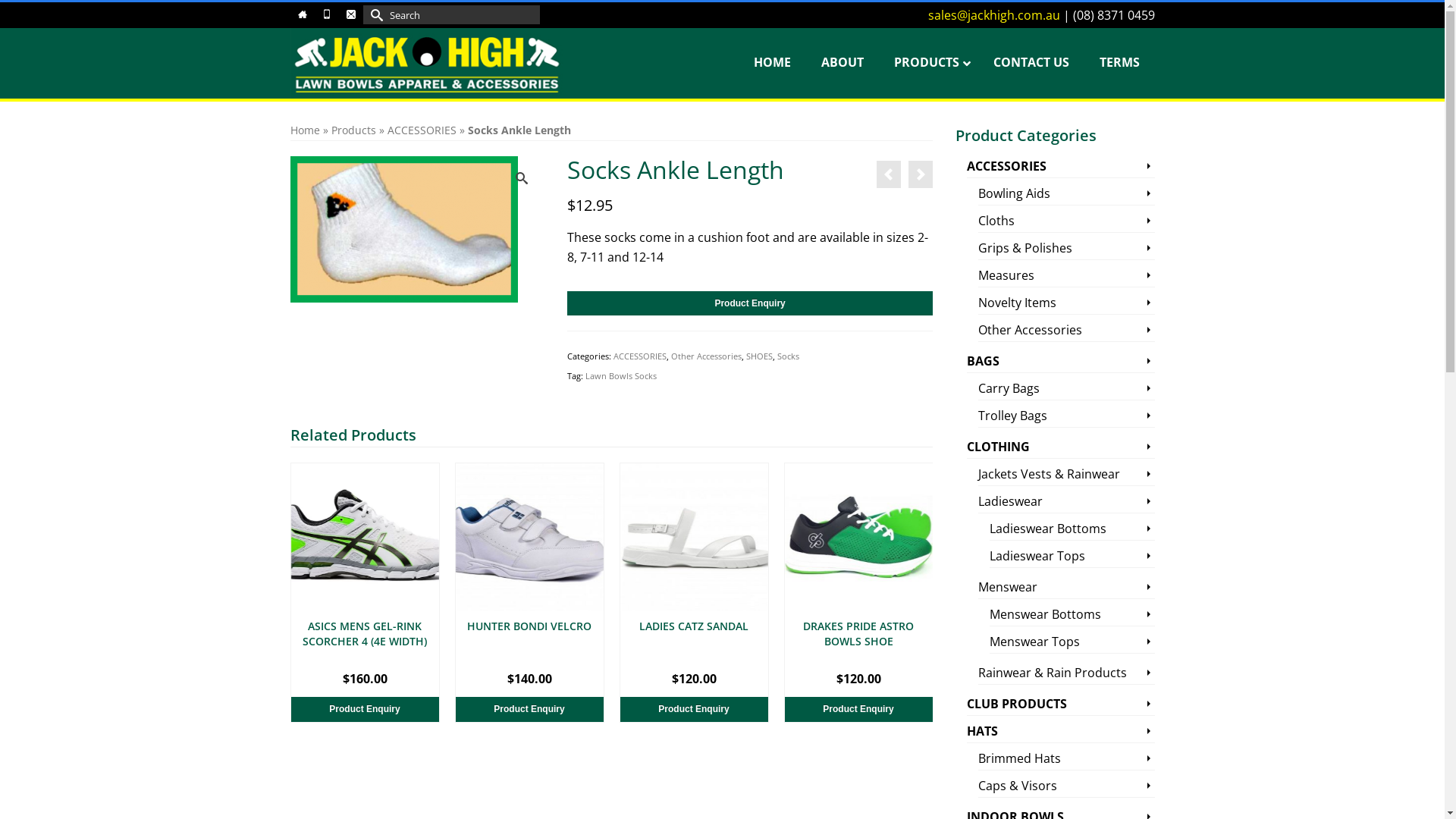  I want to click on 'Socks', so click(777, 356).